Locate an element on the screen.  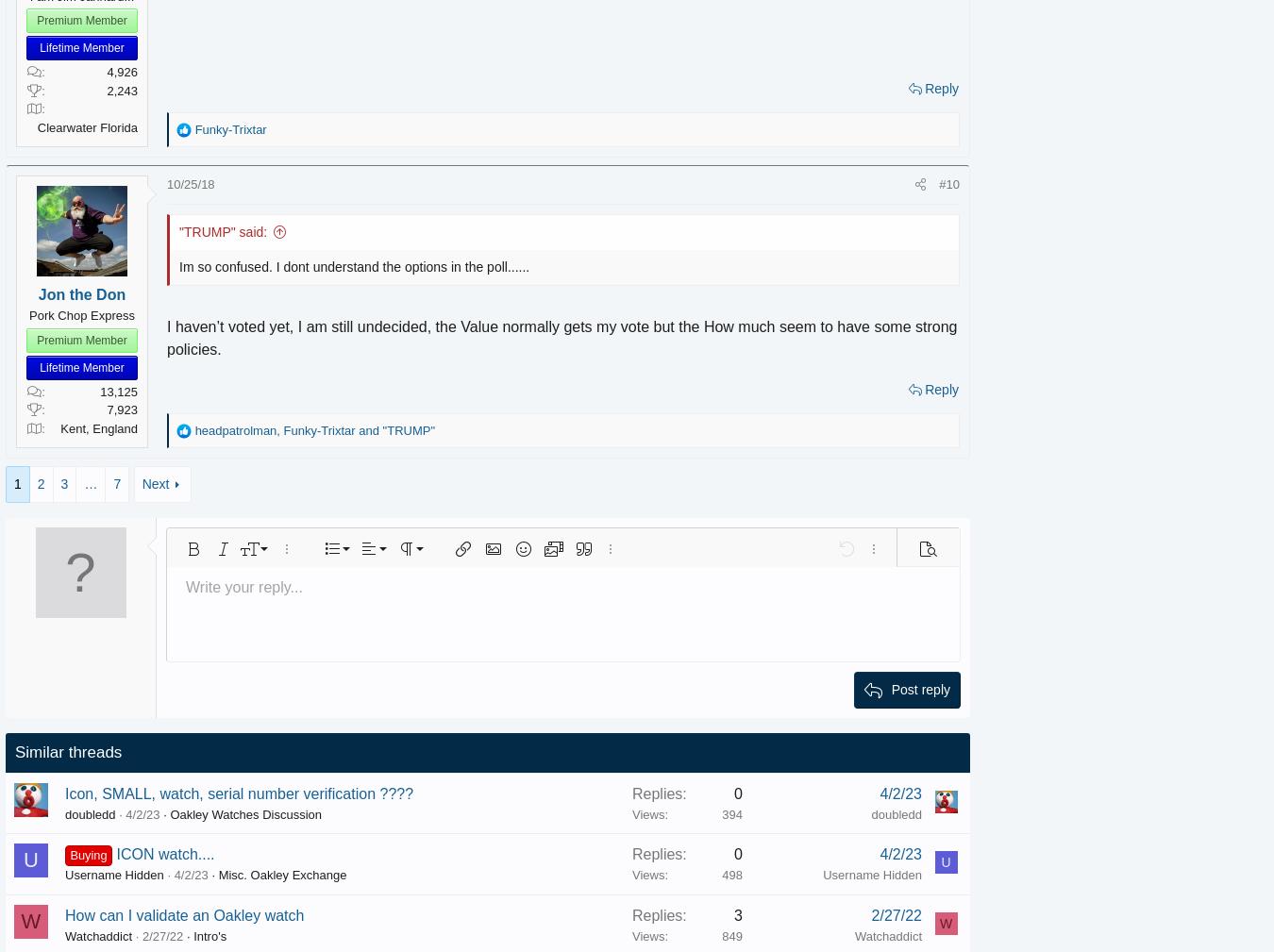
',' is located at coordinates (306, 428).